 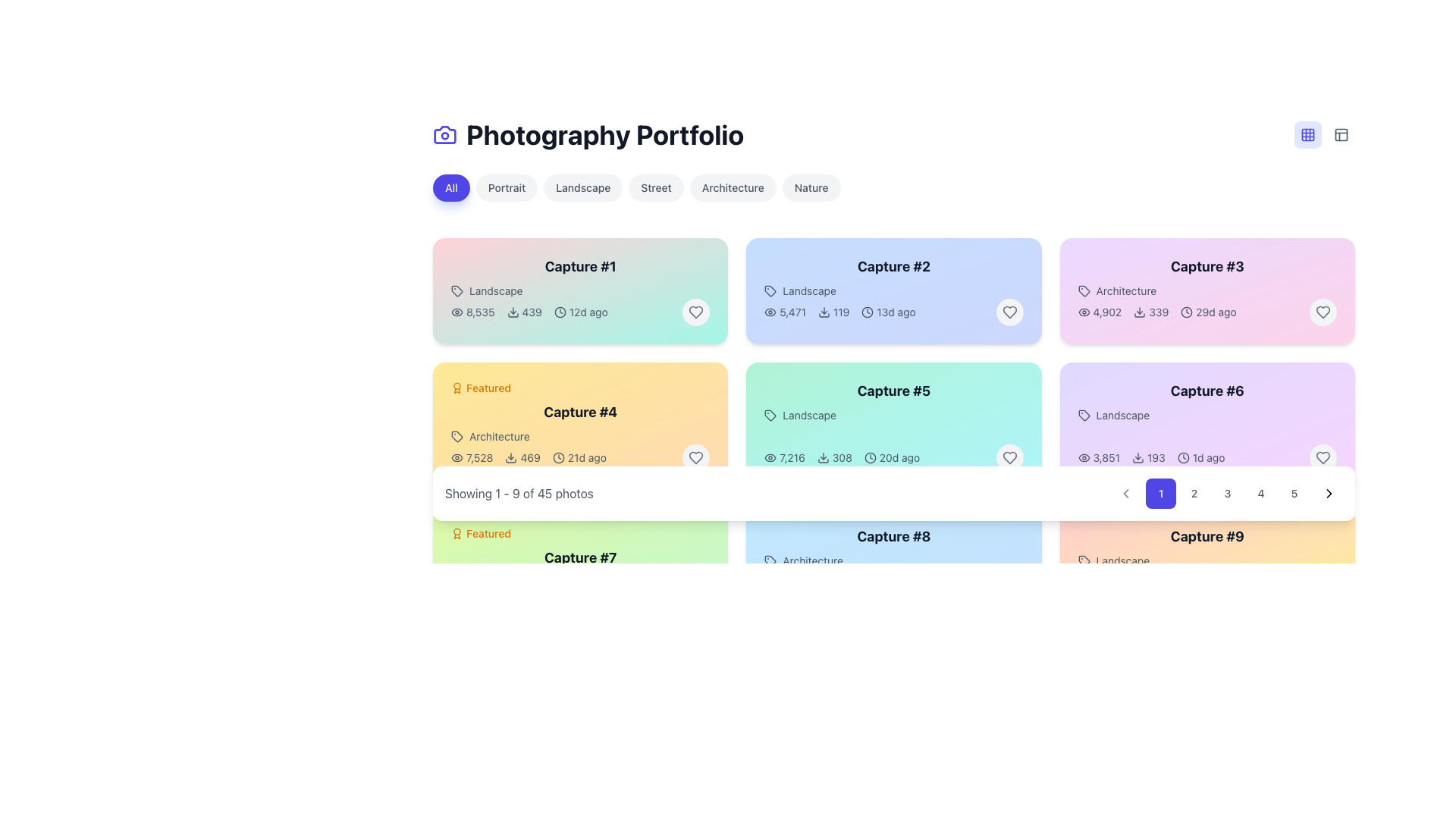 I want to click on the date/time icon located in the bottom-right corner of the 'Capture #6' card, adjacent to the text '1d ago', so click(x=1182, y=457).